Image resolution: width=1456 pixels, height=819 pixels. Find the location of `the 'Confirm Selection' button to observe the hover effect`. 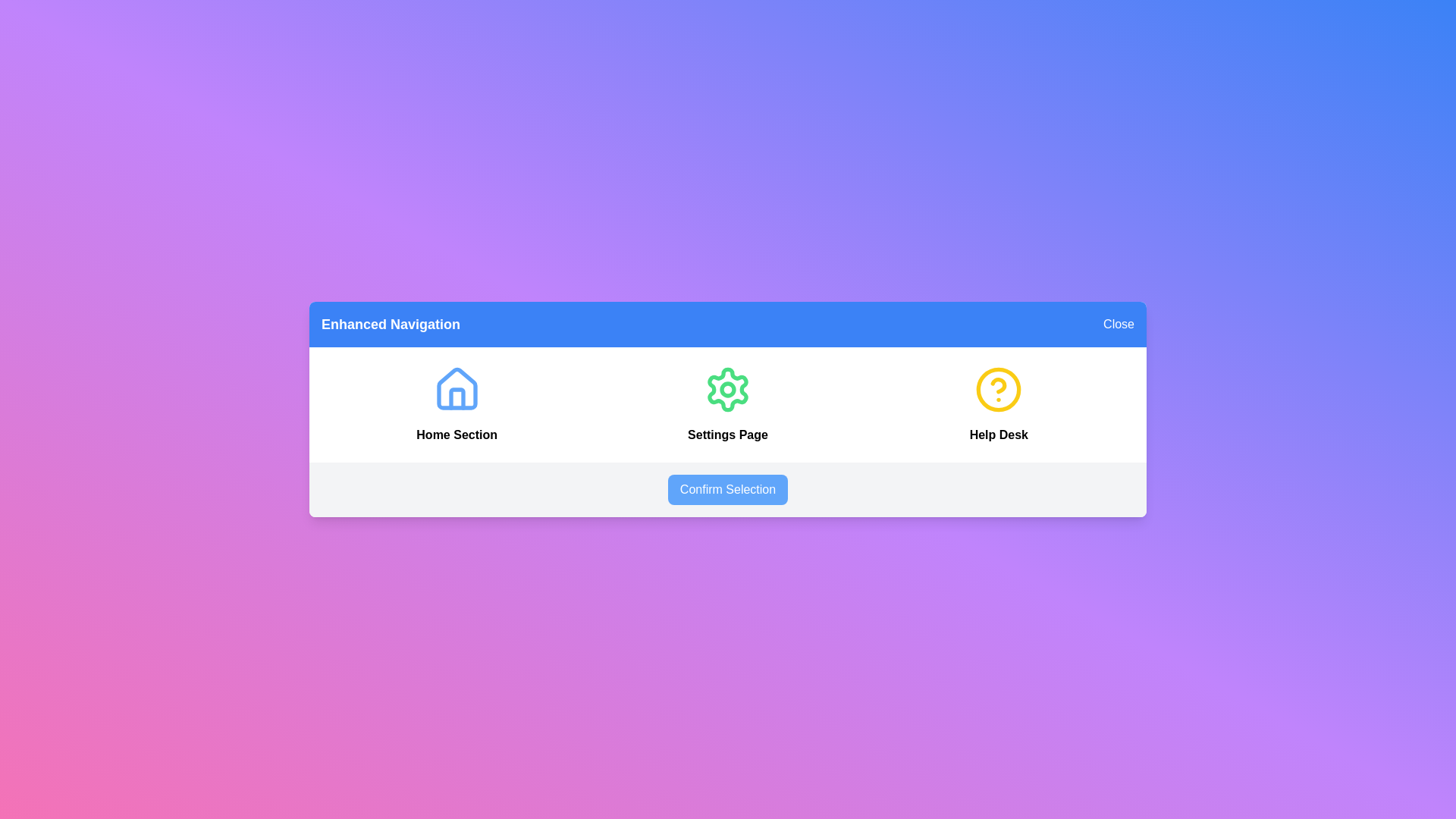

the 'Confirm Selection' button to observe the hover effect is located at coordinates (728, 489).